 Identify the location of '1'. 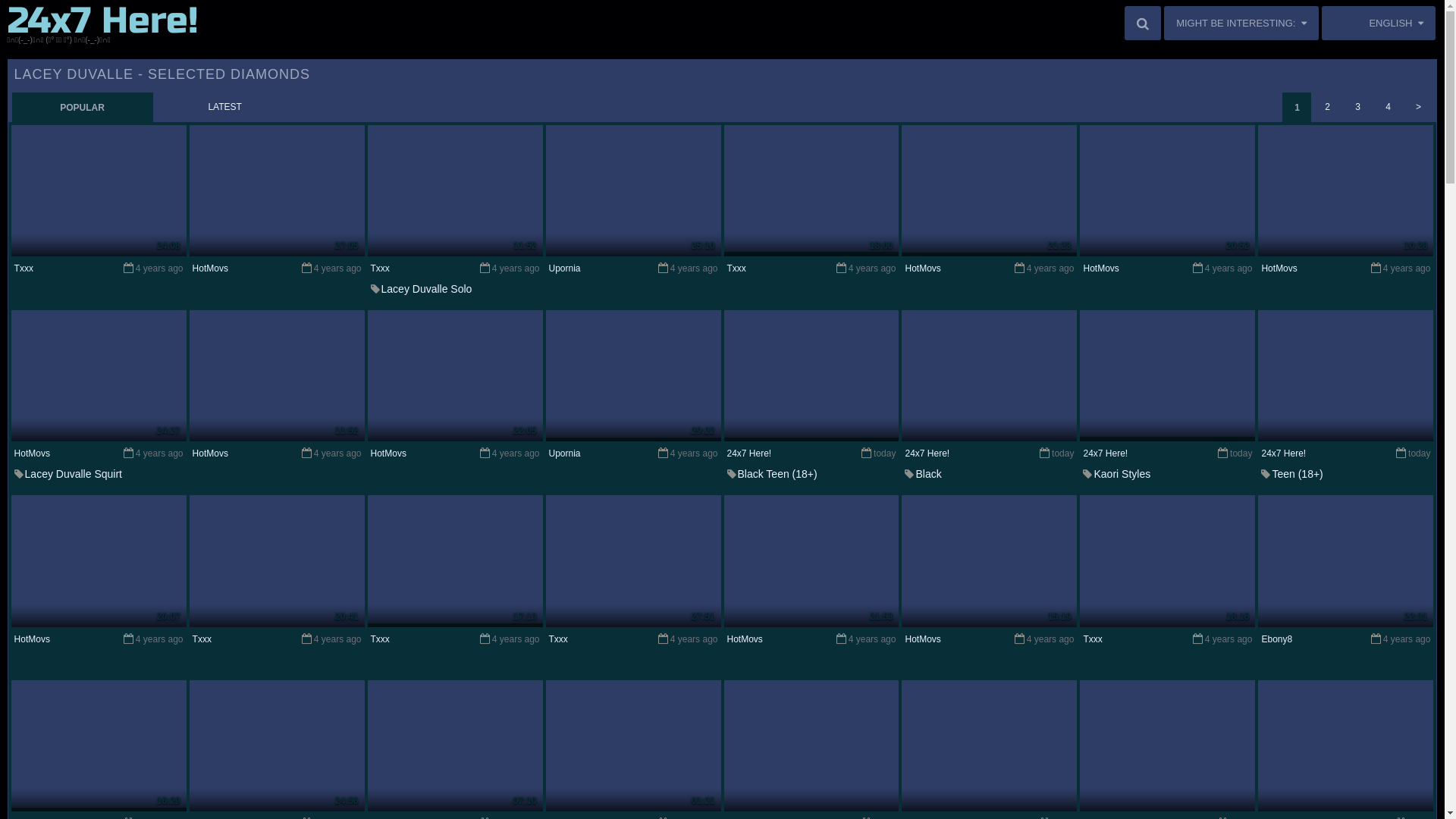
(1295, 106).